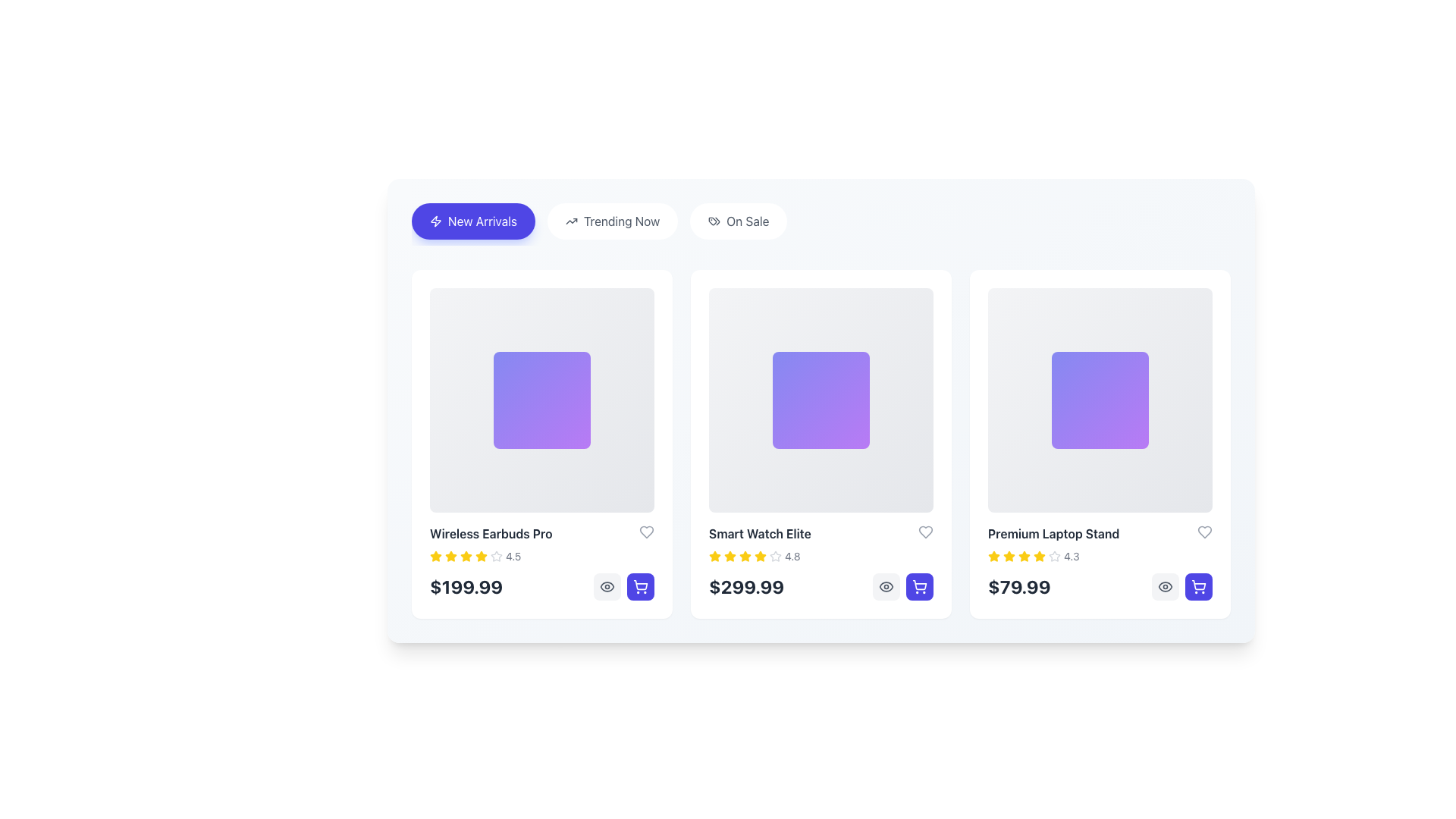 Image resolution: width=1456 pixels, height=819 pixels. I want to click on the fourth rating star icon representing a 4.3 rating for the 'Premium Laptop Stand' product to potentially rate the product, so click(993, 555).